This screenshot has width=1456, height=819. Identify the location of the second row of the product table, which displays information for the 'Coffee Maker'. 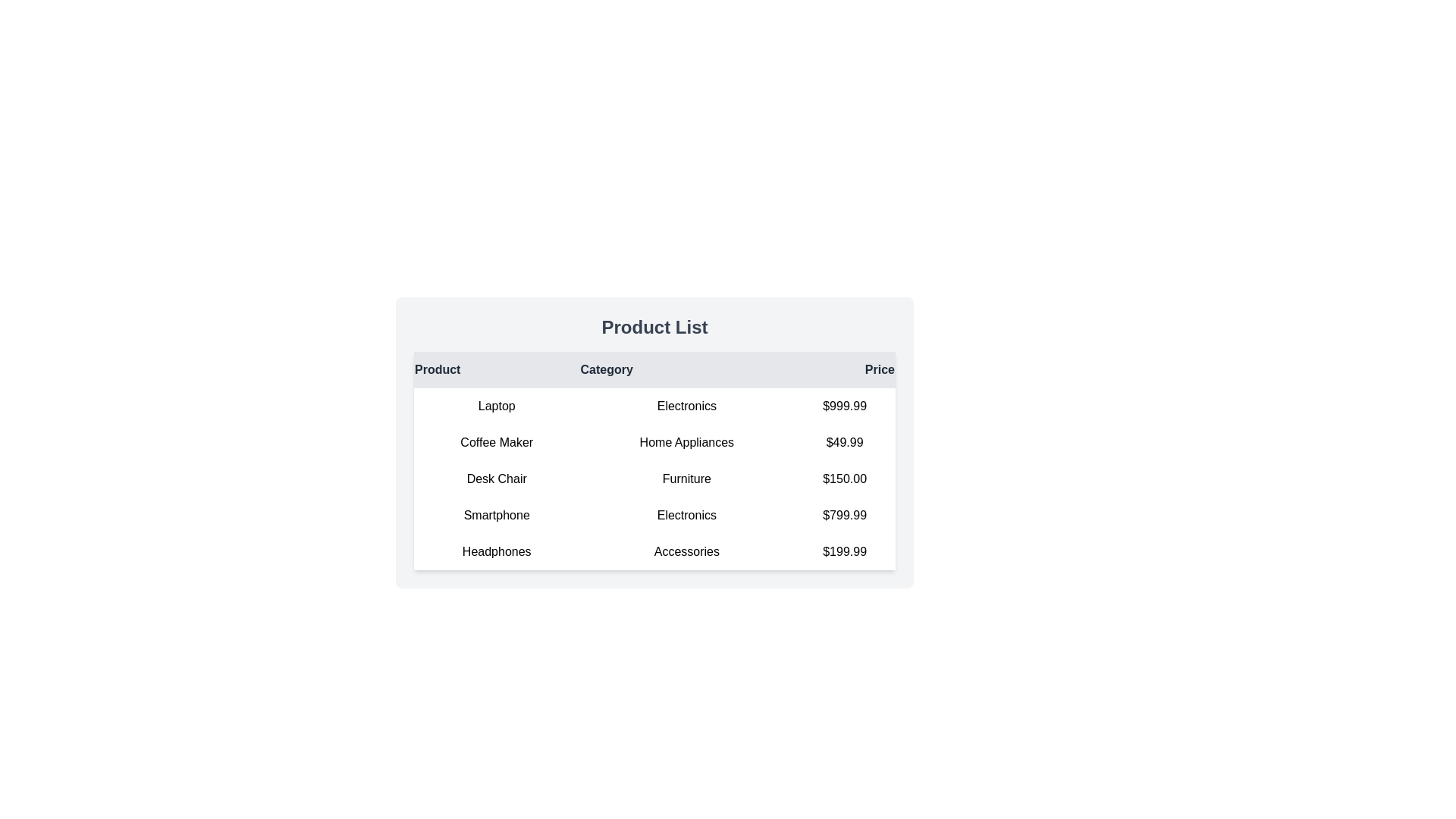
(654, 442).